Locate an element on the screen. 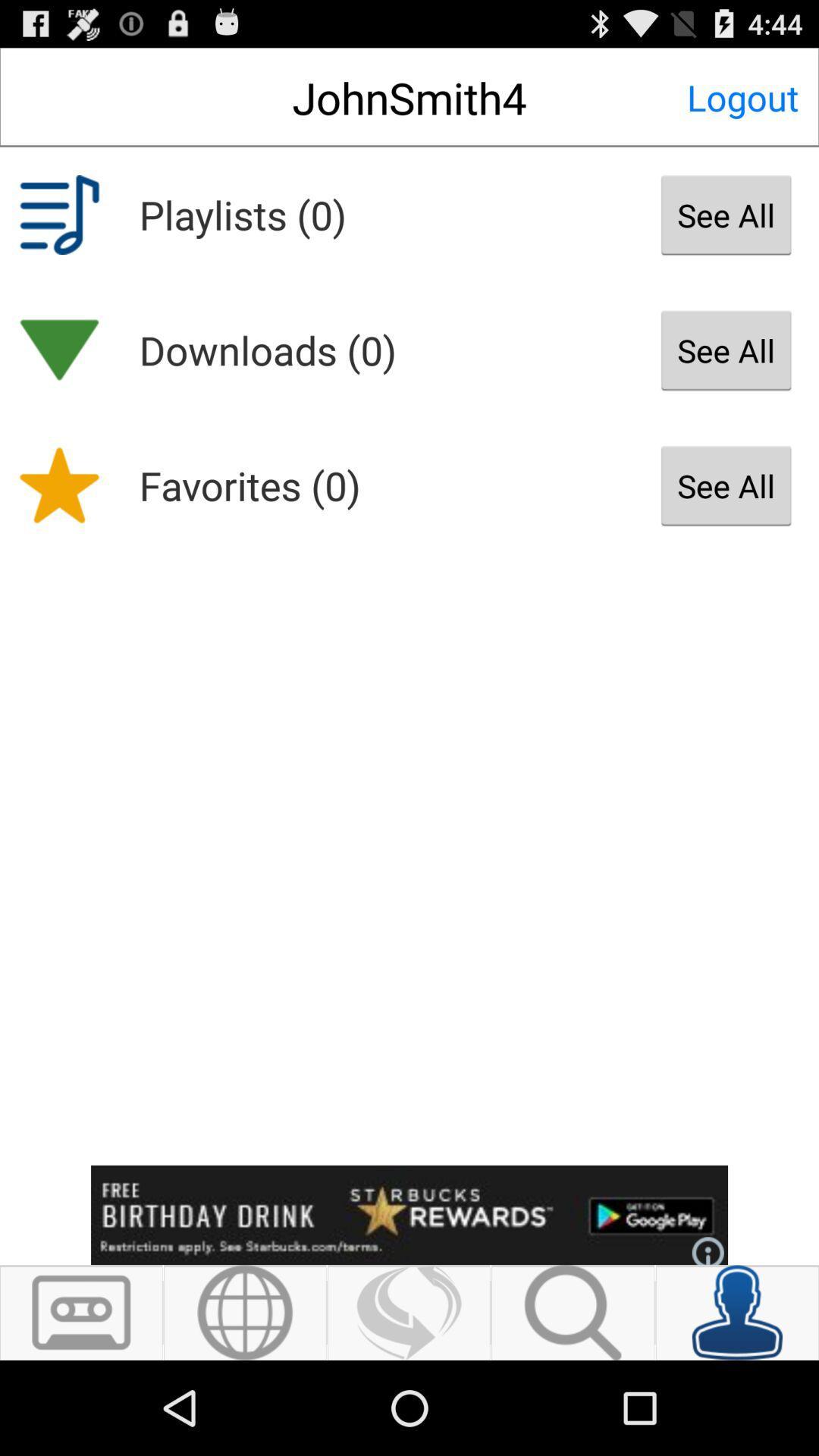  advertise banner is located at coordinates (409, 1215).